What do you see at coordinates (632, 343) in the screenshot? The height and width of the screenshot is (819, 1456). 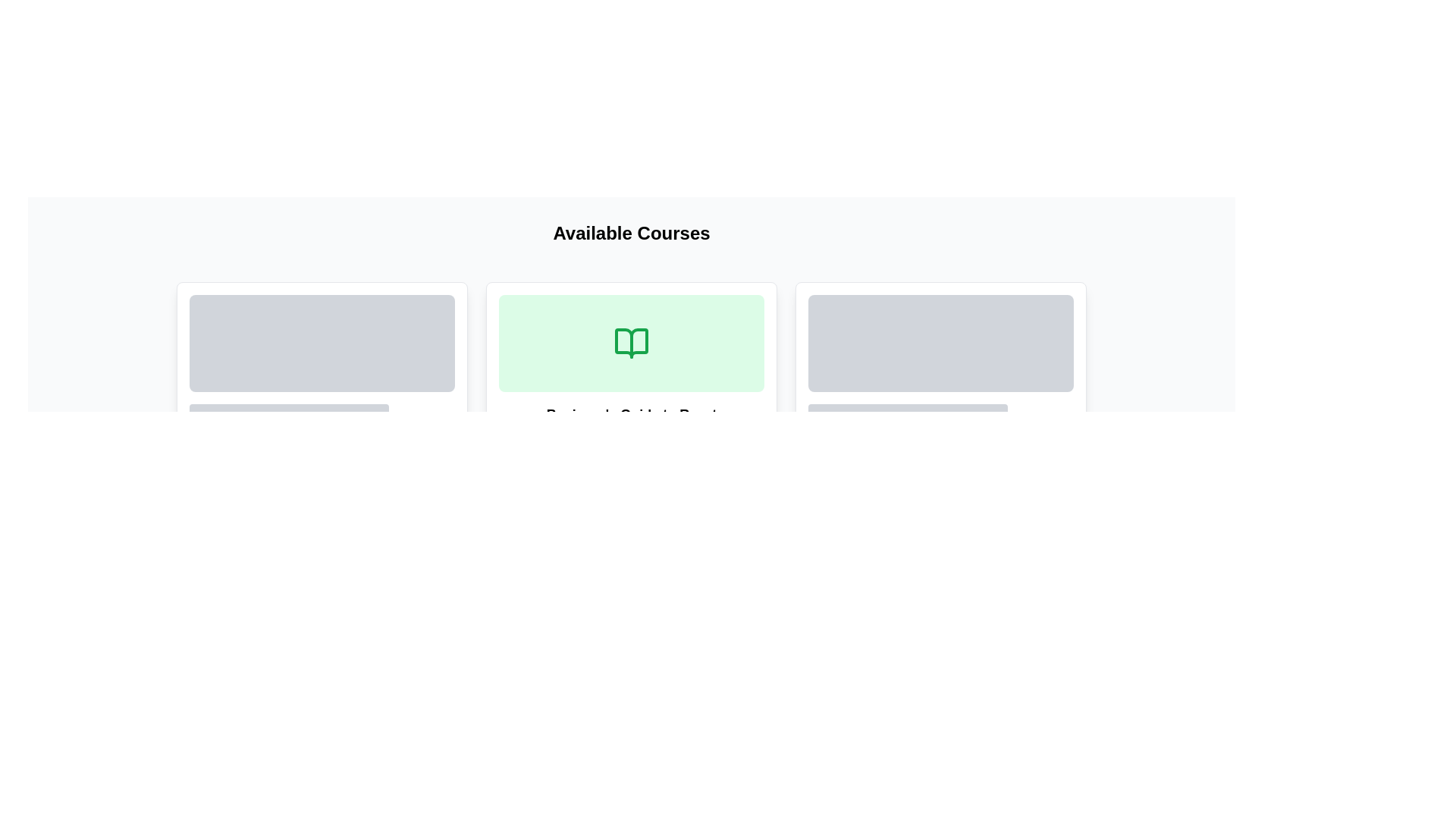 I see `the green book icon located at the center of the light green card in the second column beneath the 'Available Courses' heading` at bounding box center [632, 343].